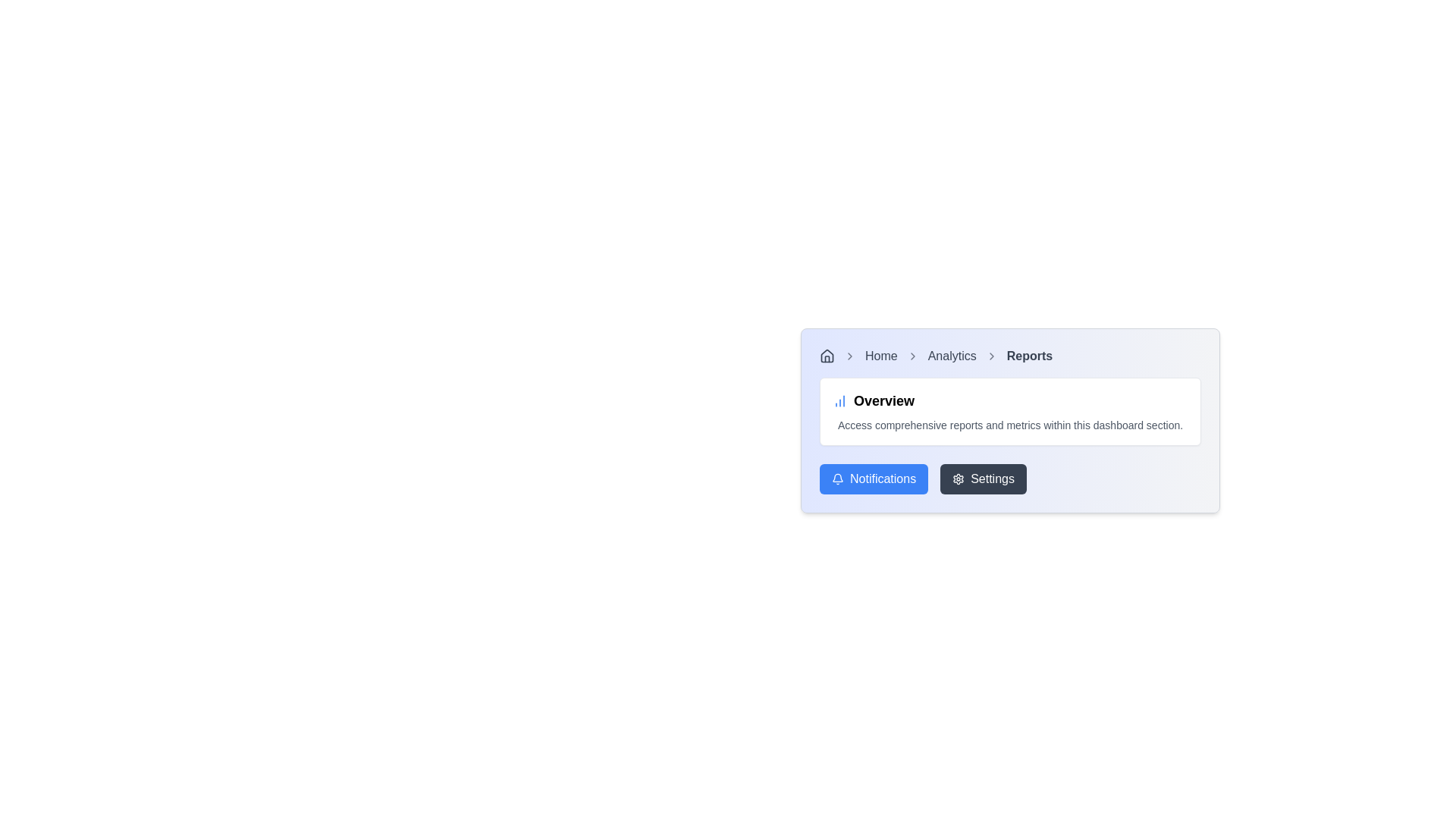 This screenshot has height=819, width=1456. I want to click on the bell-shaped icon that represents the notification symbol, located to the left of the notification text button near the bottom of the visible panel, so click(836, 478).